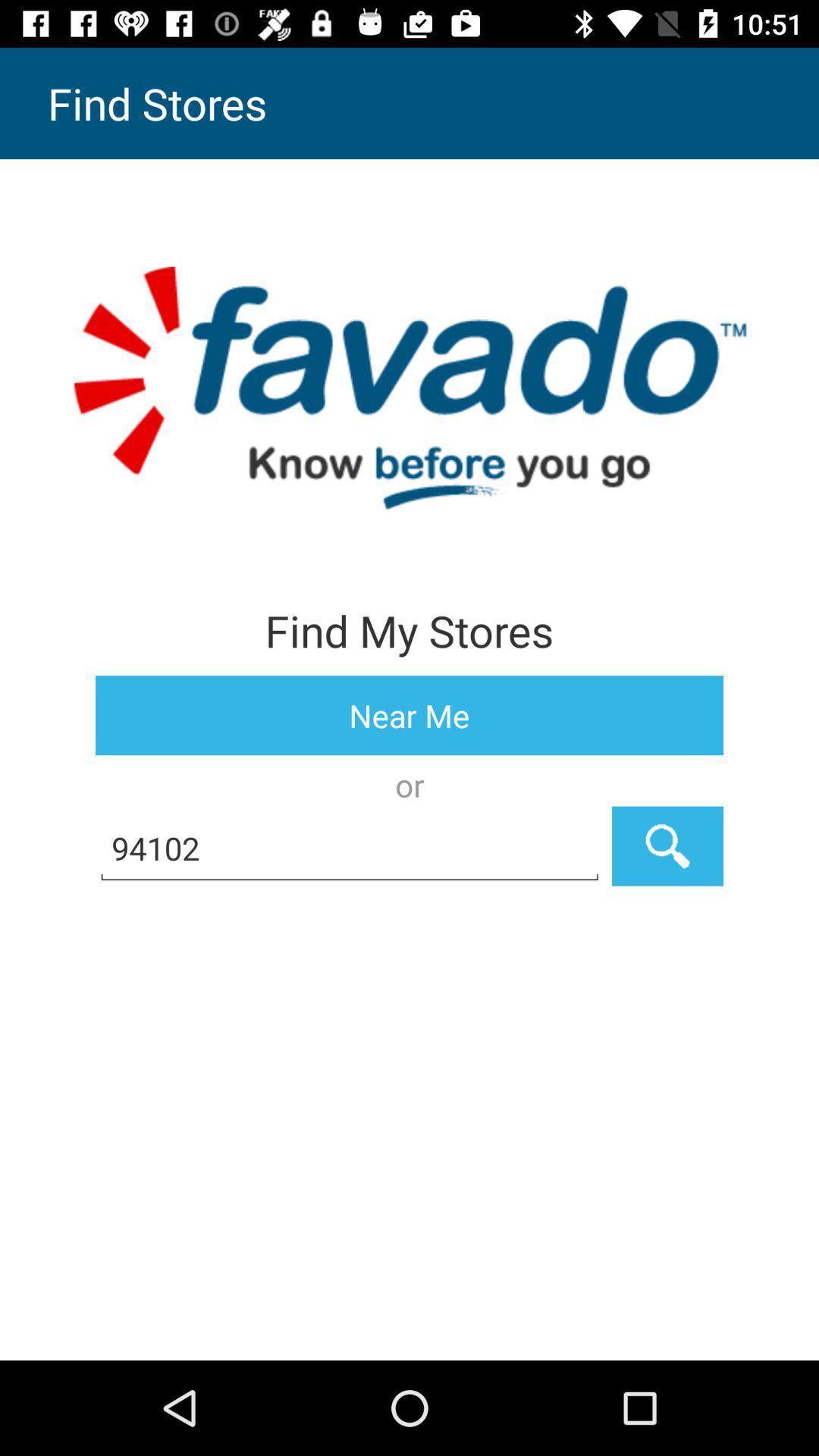 The height and width of the screenshot is (1456, 819). I want to click on the icon next to the 94102, so click(667, 846).